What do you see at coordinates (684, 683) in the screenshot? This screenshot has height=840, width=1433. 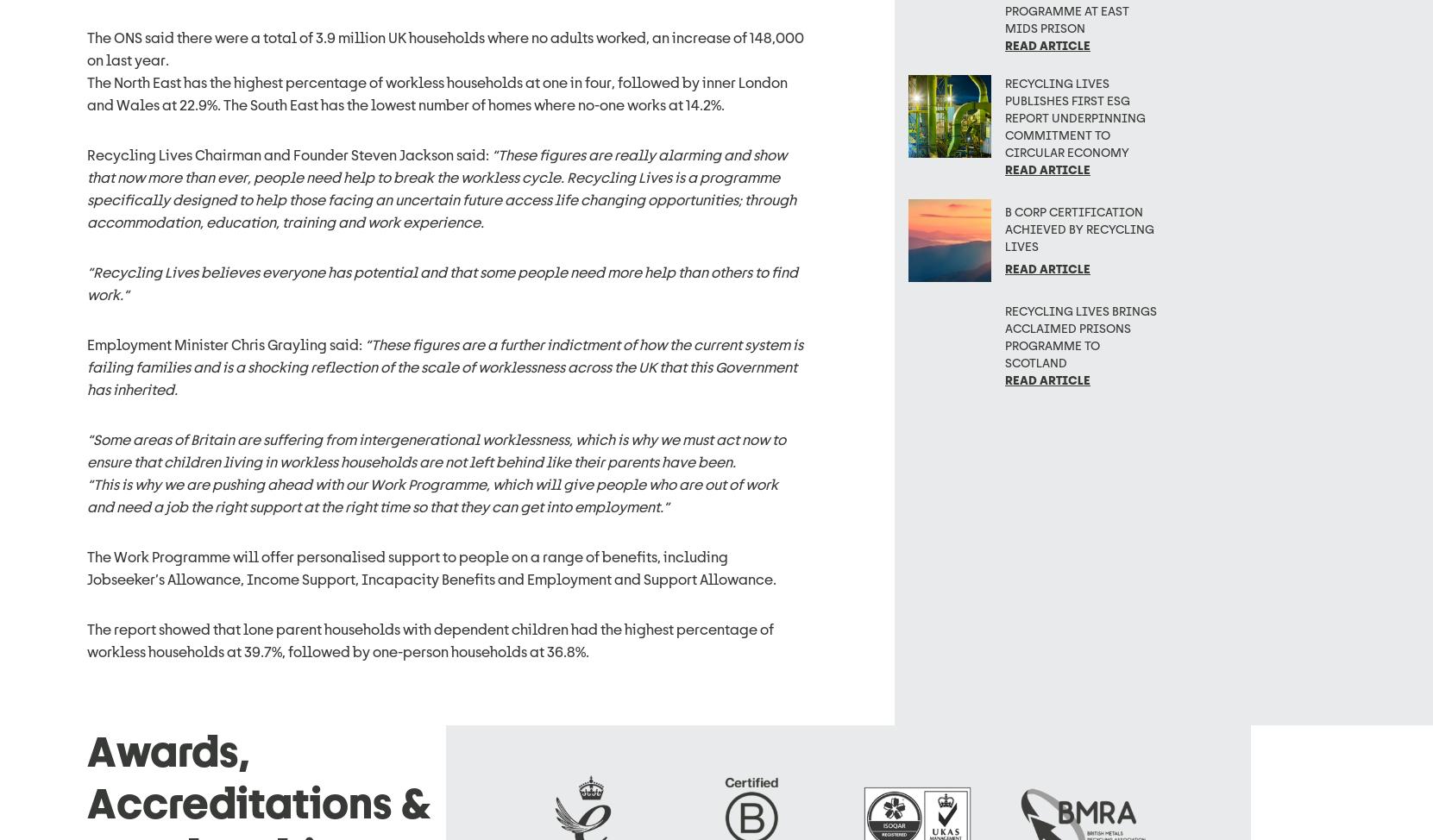 I see `'Inclusive Rehabilitation'` at bounding box center [684, 683].